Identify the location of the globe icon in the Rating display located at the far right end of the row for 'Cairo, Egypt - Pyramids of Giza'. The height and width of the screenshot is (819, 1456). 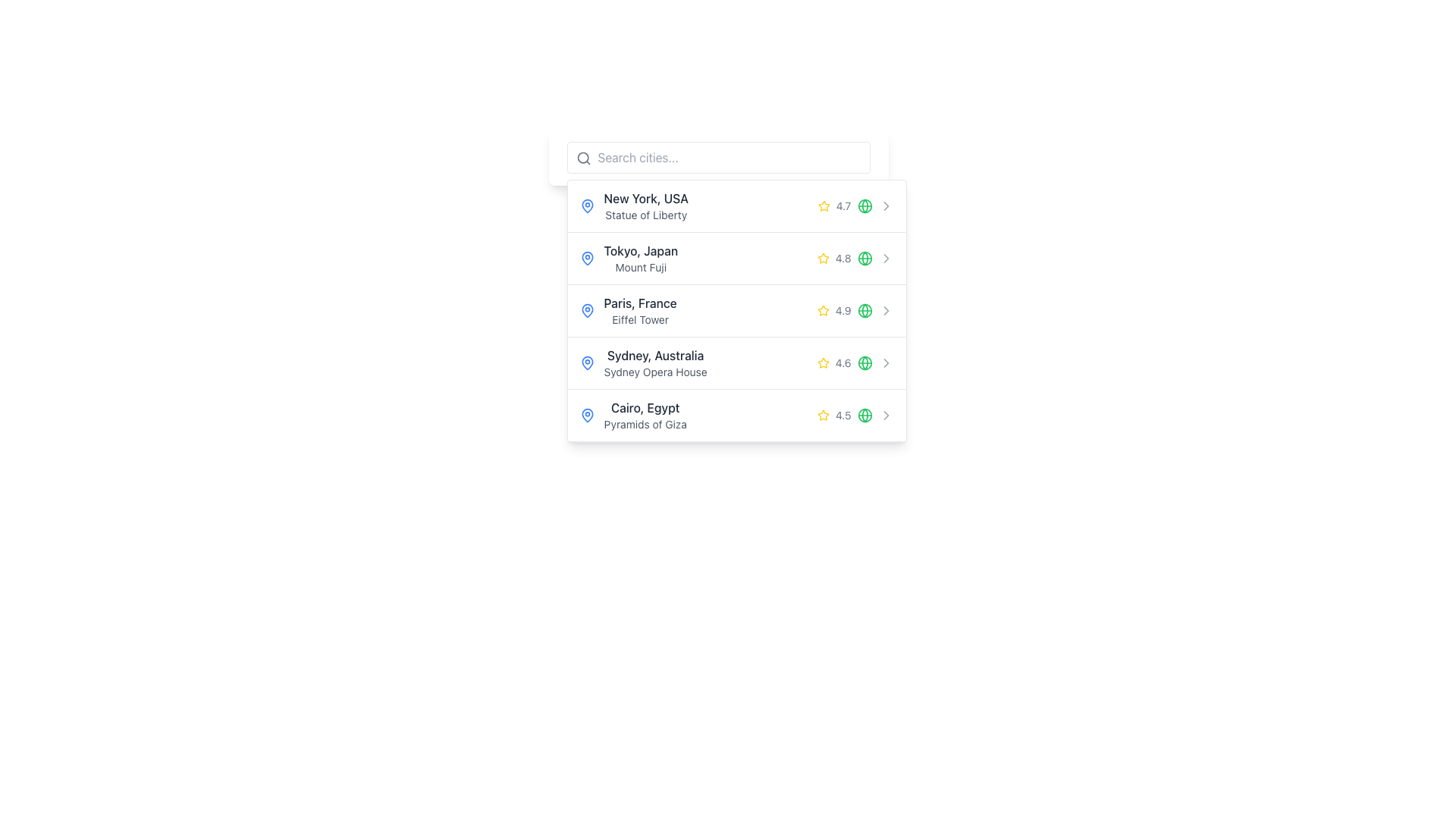
(844, 415).